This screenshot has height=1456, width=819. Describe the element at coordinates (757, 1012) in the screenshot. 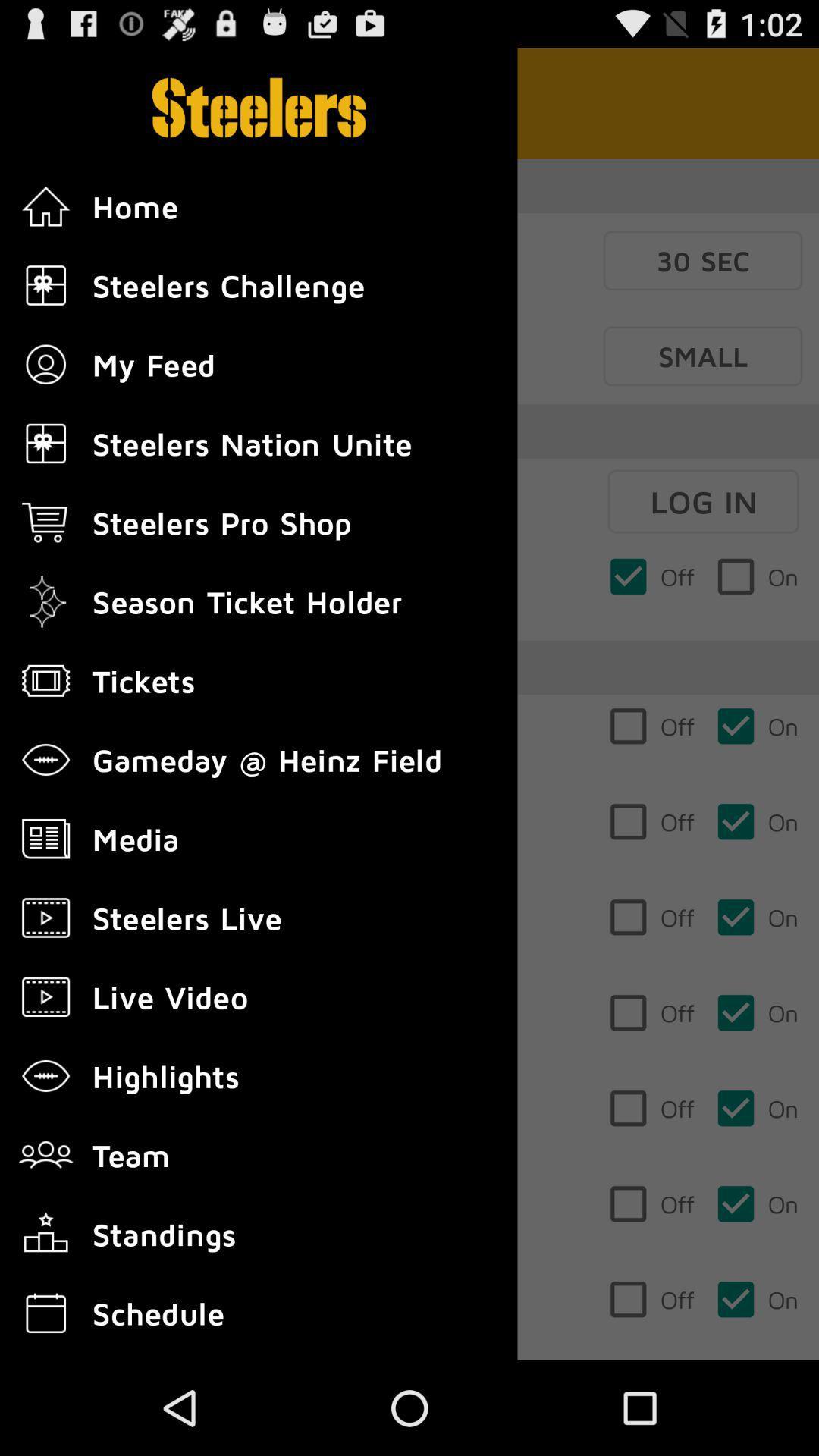

I see `fifth checkbox of on below log in` at that location.